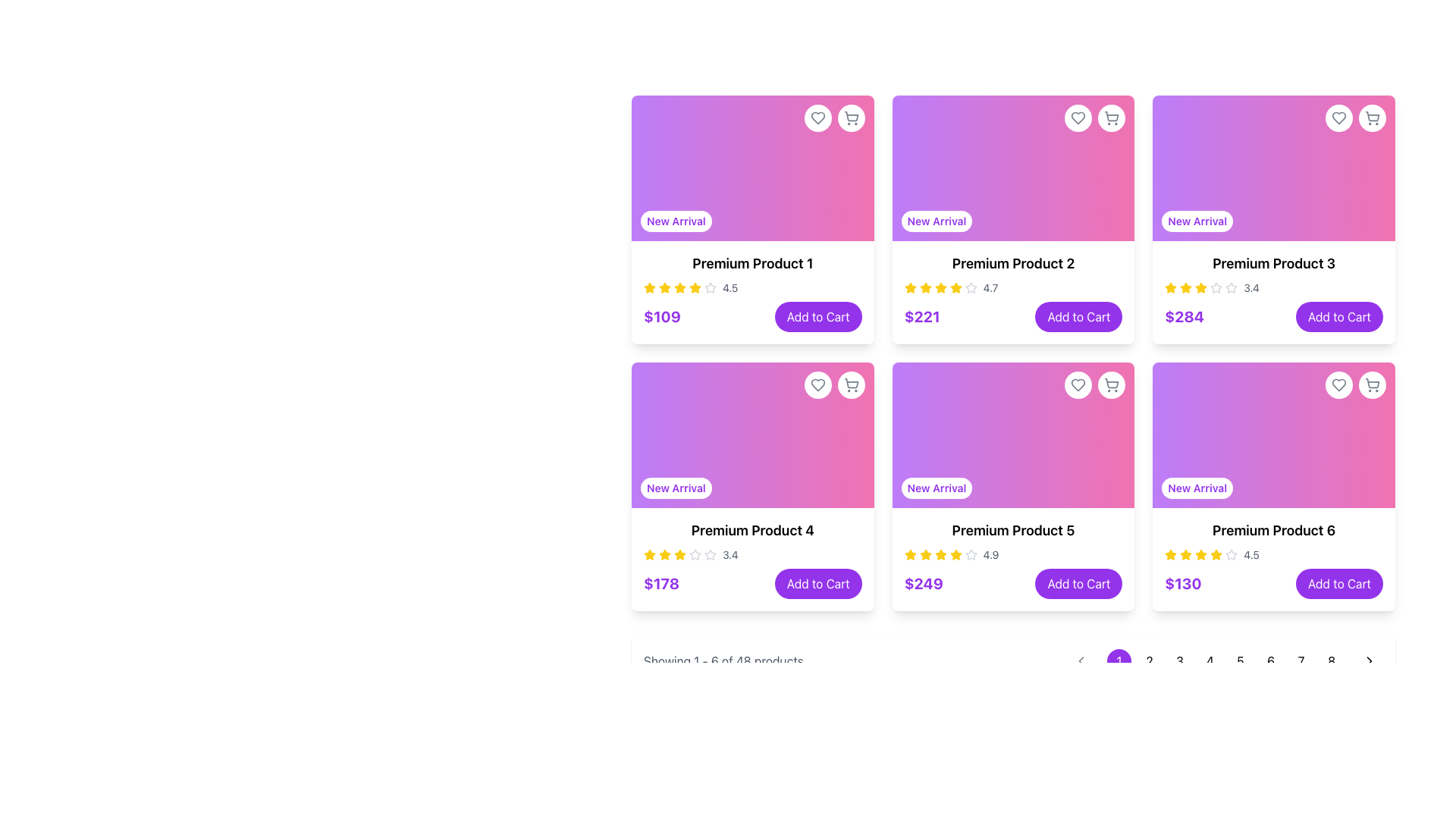  What do you see at coordinates (1355, 117) in the screenshot?
I see `the interactive group of action icons in the top-right corner of the 'Premium Product 3' card` at bounding box center [1355, 117].